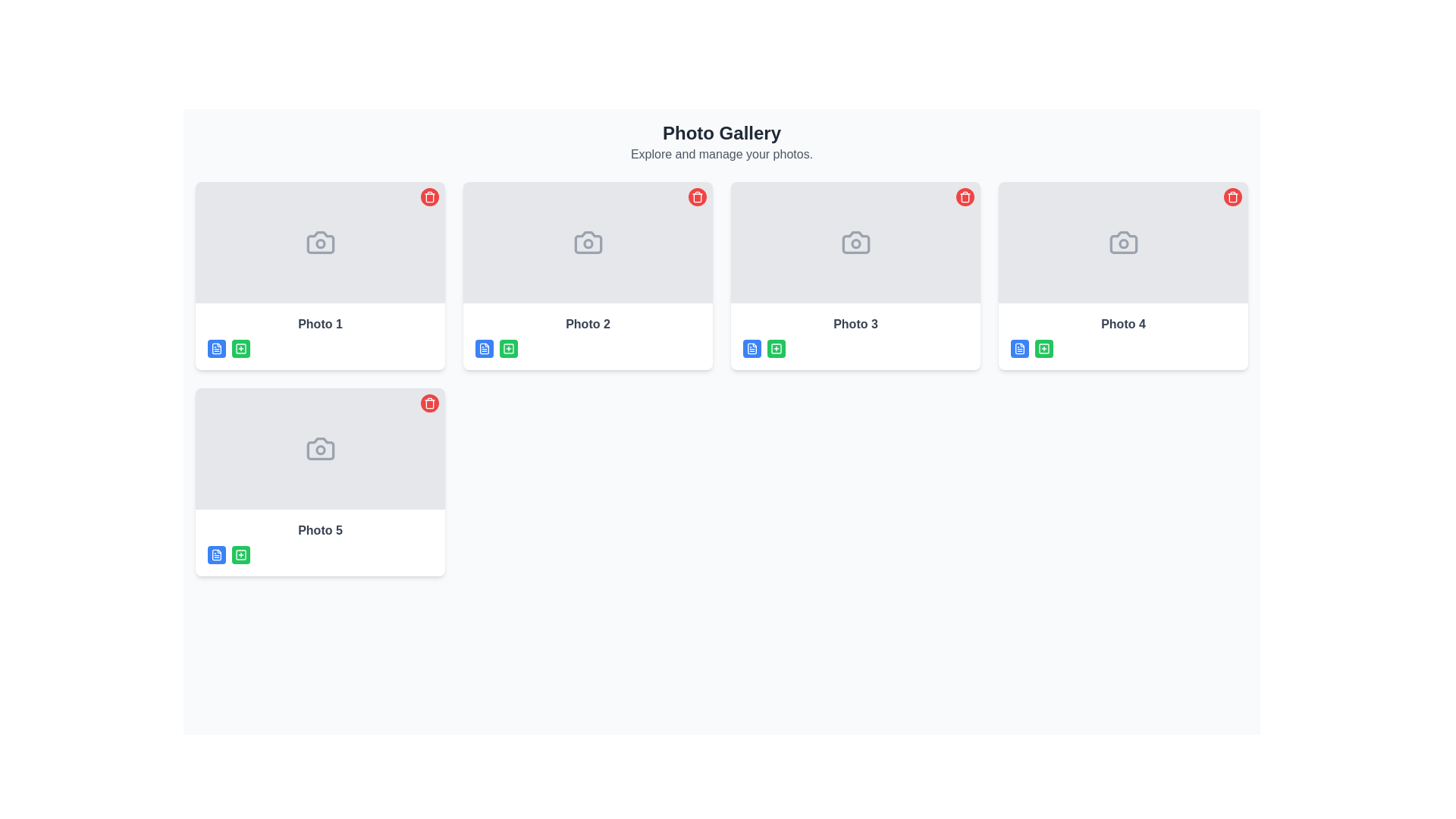 This screenshot has width=1456, height=819. What do you see at coordinates (240, 555) in the screenshot?
I see `the green rounded rectangle button with a '+' symbol located in the lower-left section of the 'Photo 5' card` at bounding box center [240, 555].